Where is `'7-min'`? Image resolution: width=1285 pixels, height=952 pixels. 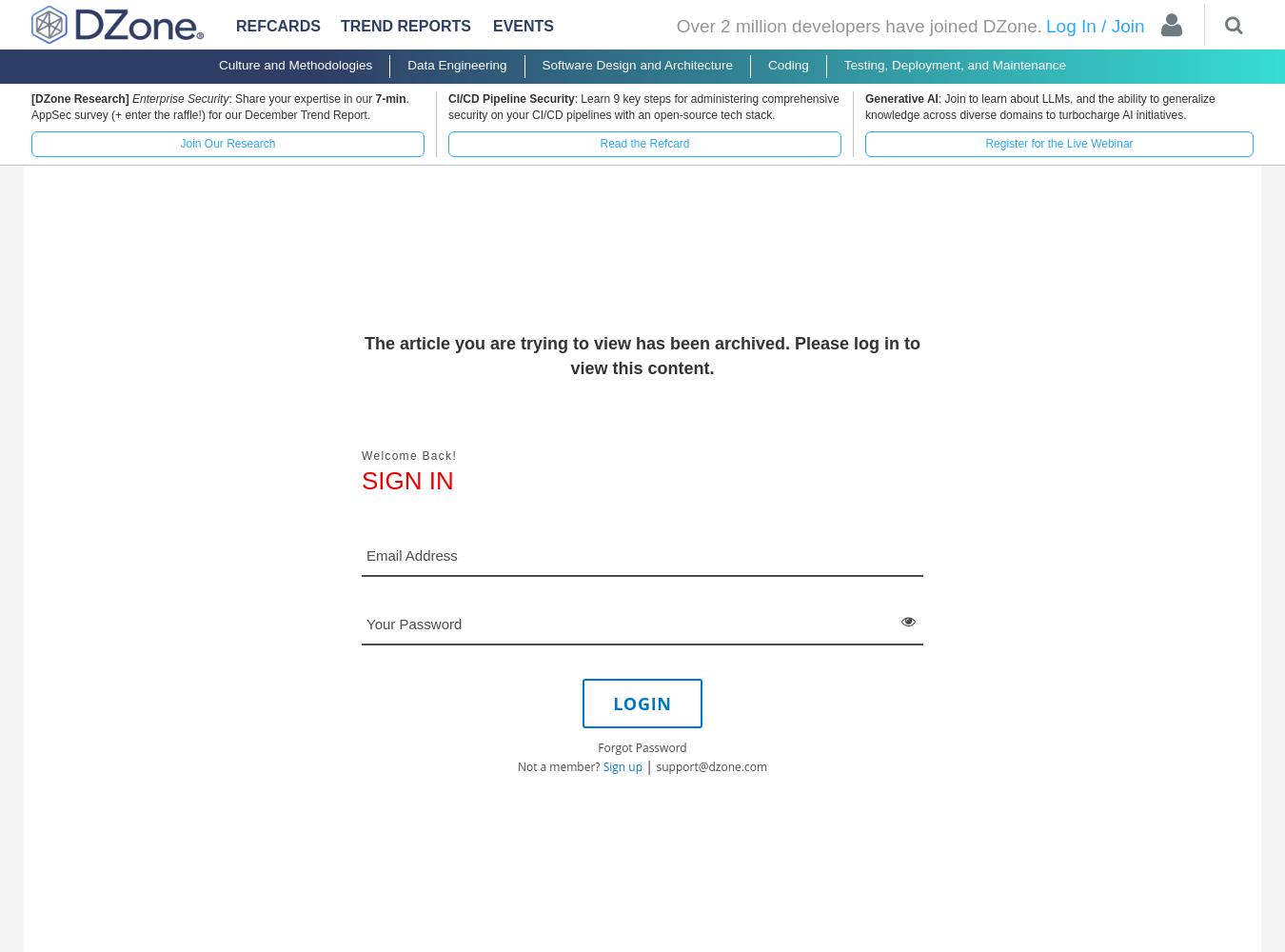 '7-min' is located at coordinates (389, 98).